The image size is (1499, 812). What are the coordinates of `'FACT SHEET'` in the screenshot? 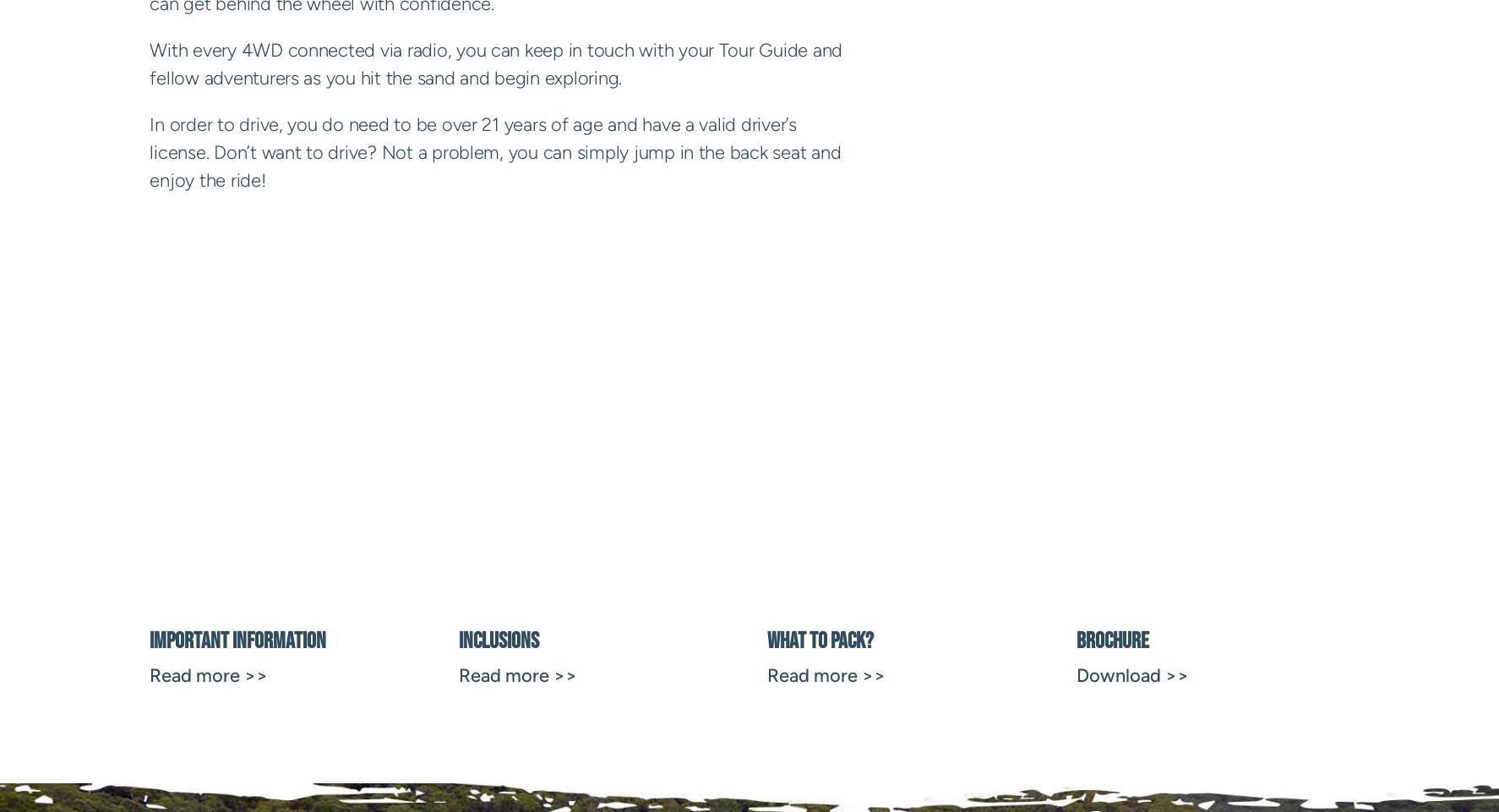 It's located at (461, 466).